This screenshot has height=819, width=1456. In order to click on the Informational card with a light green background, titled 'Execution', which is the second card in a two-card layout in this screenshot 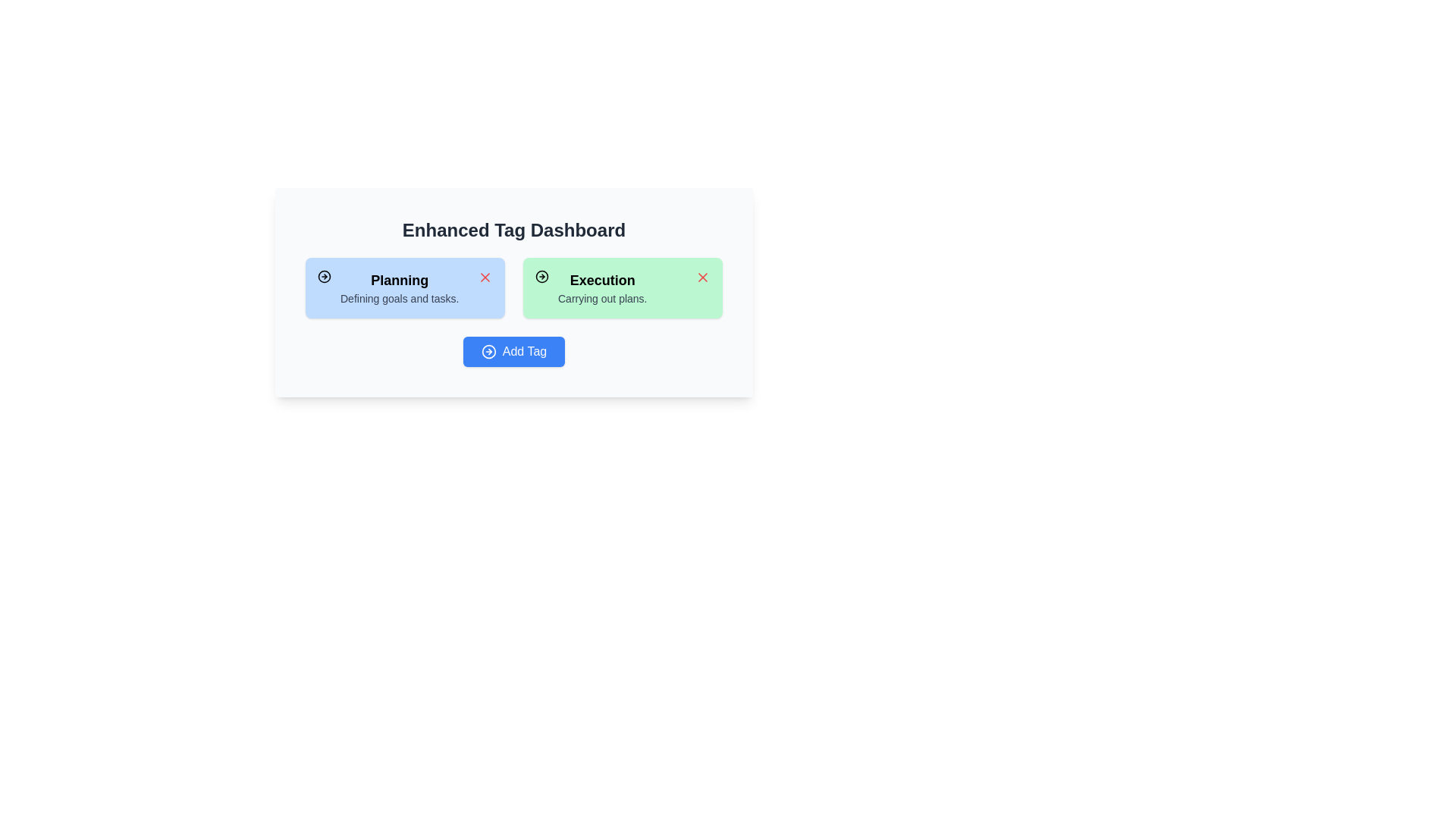, I will do `click(623, 288)`.